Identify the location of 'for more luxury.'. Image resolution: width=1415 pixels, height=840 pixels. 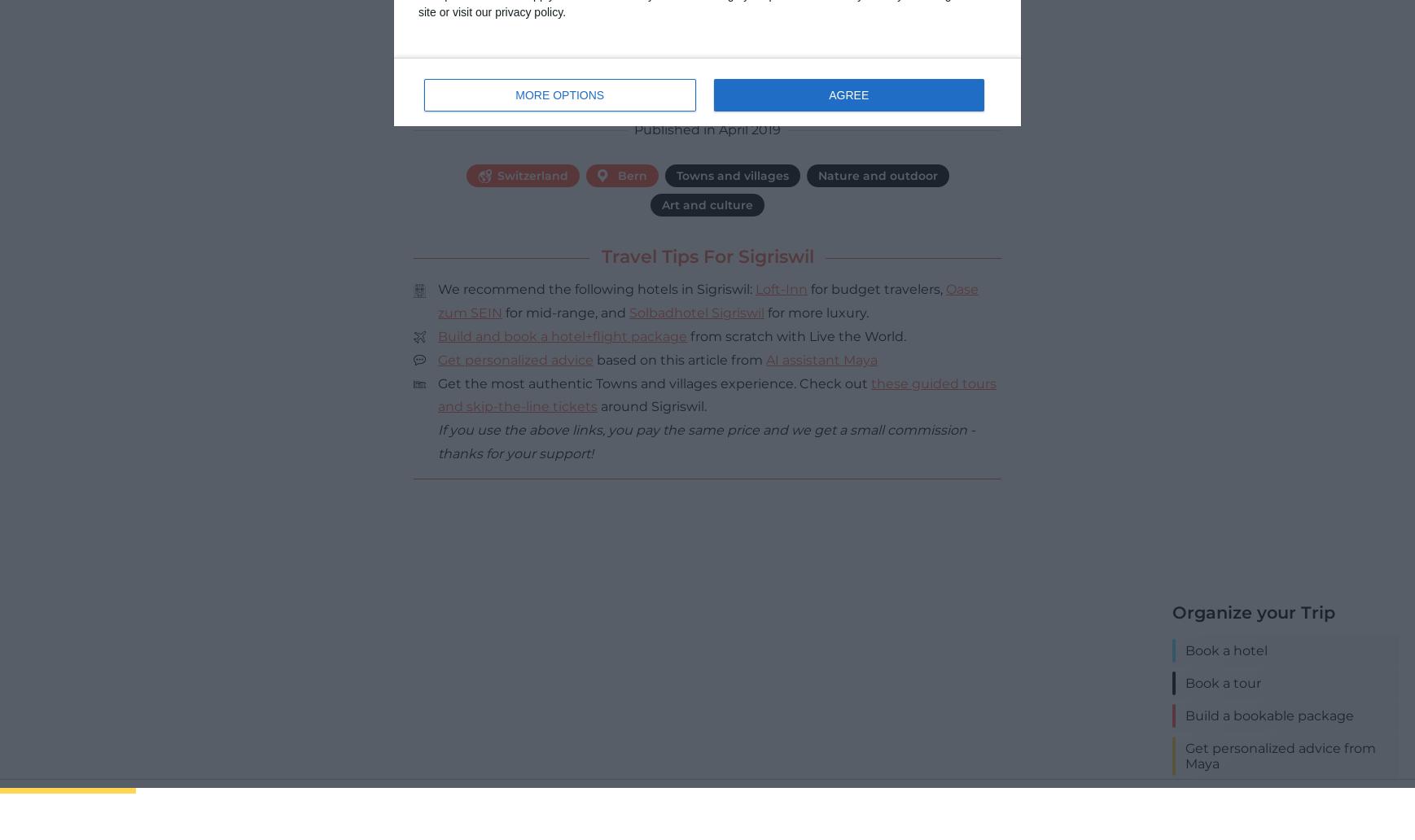
(815, 313).